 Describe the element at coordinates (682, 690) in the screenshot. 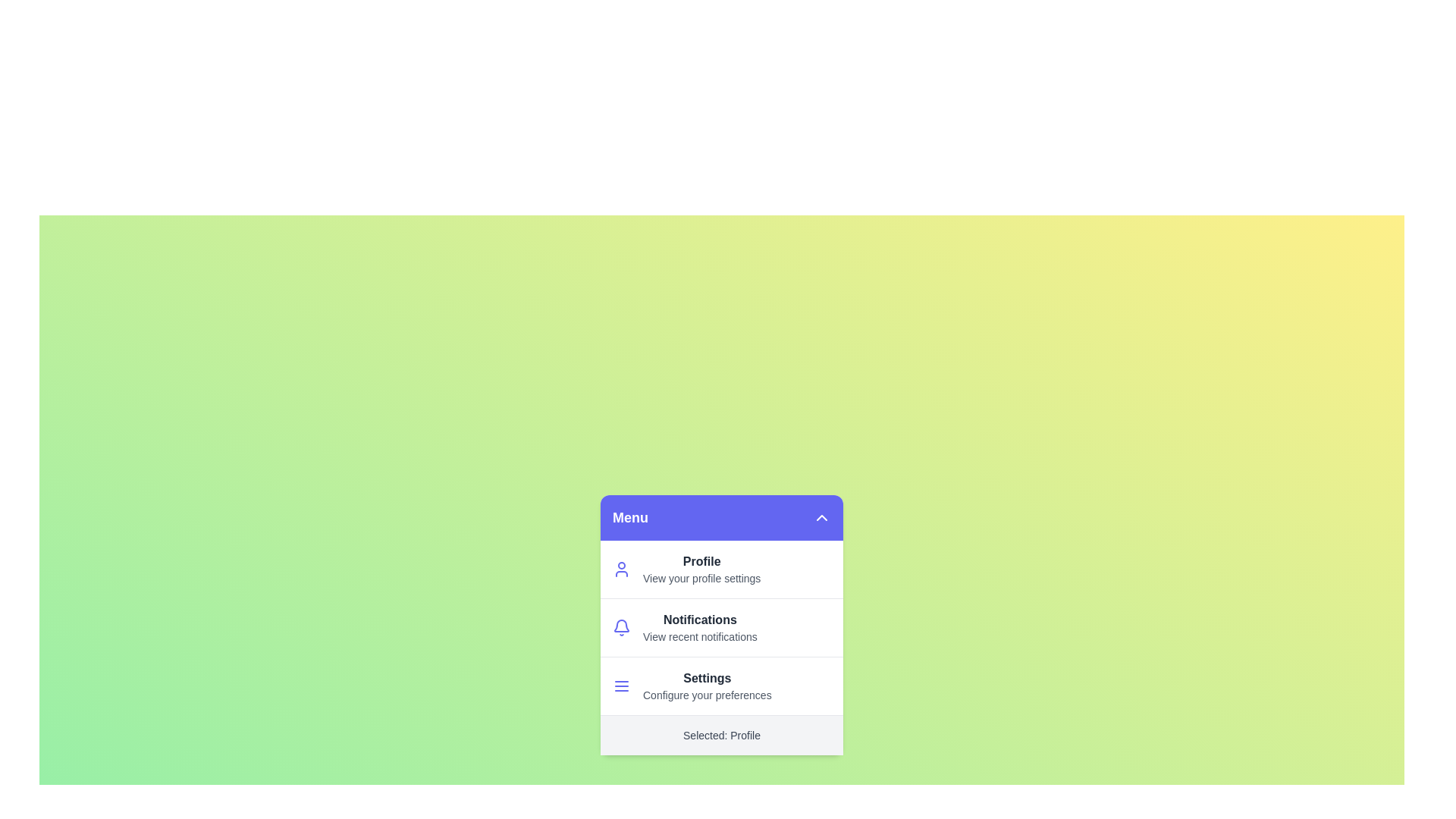

I see `the menu item labeled Settings` at that location.